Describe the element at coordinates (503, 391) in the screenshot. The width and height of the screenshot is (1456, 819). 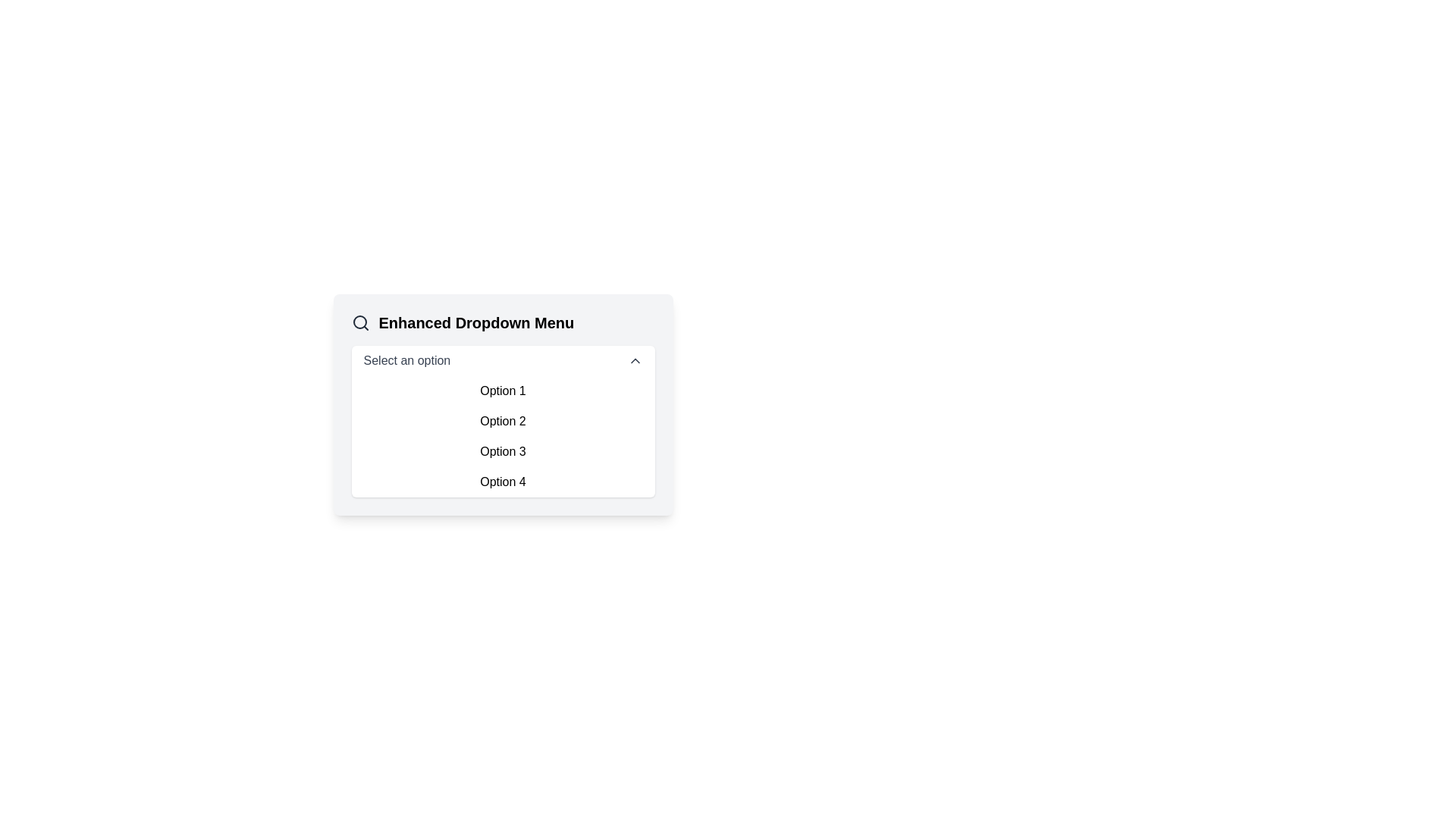
I see `the first list item displaying 'Option 1'` at that location.